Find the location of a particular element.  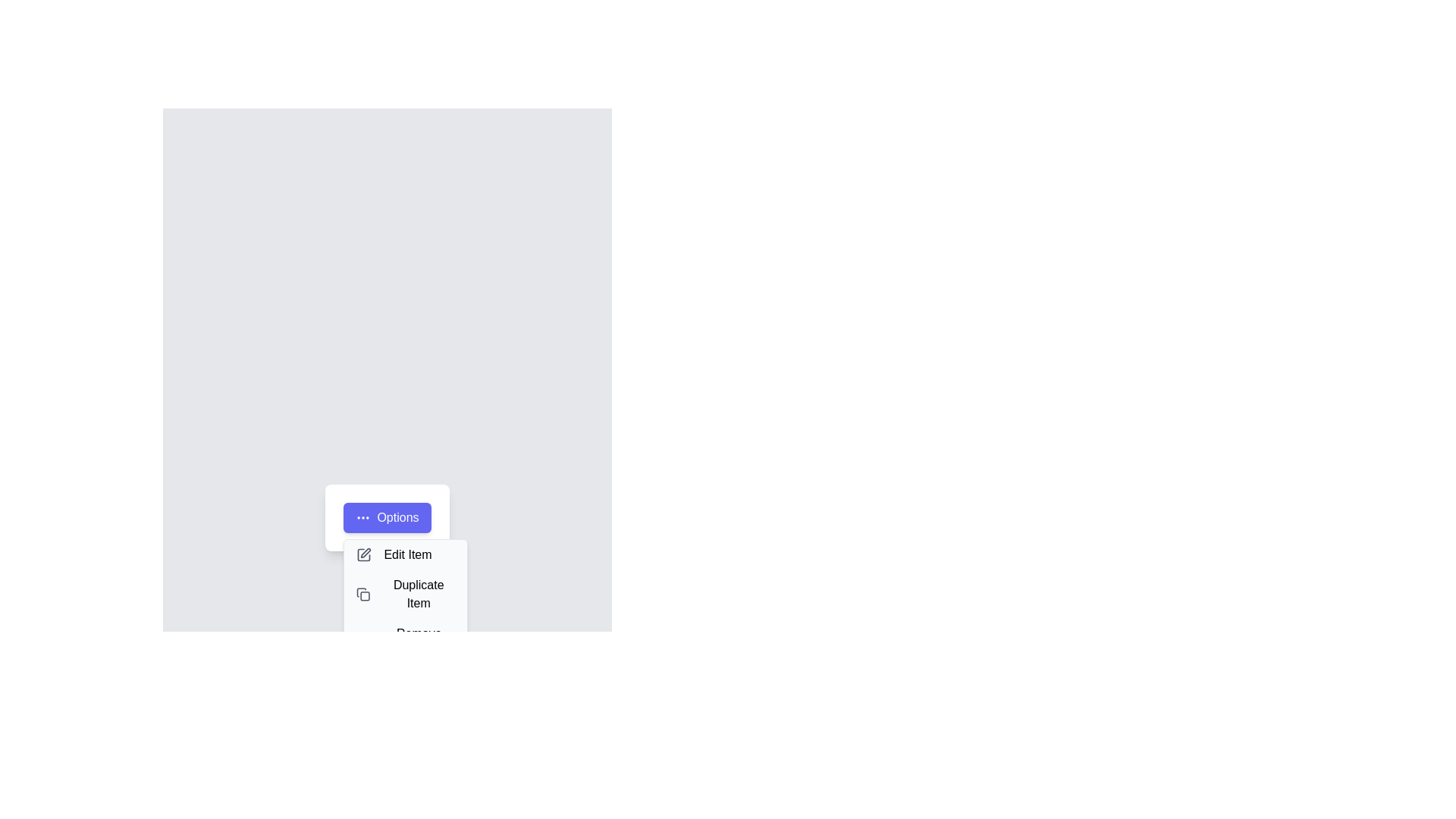

the menu option Edit Item is located at coordinates (405, 555).